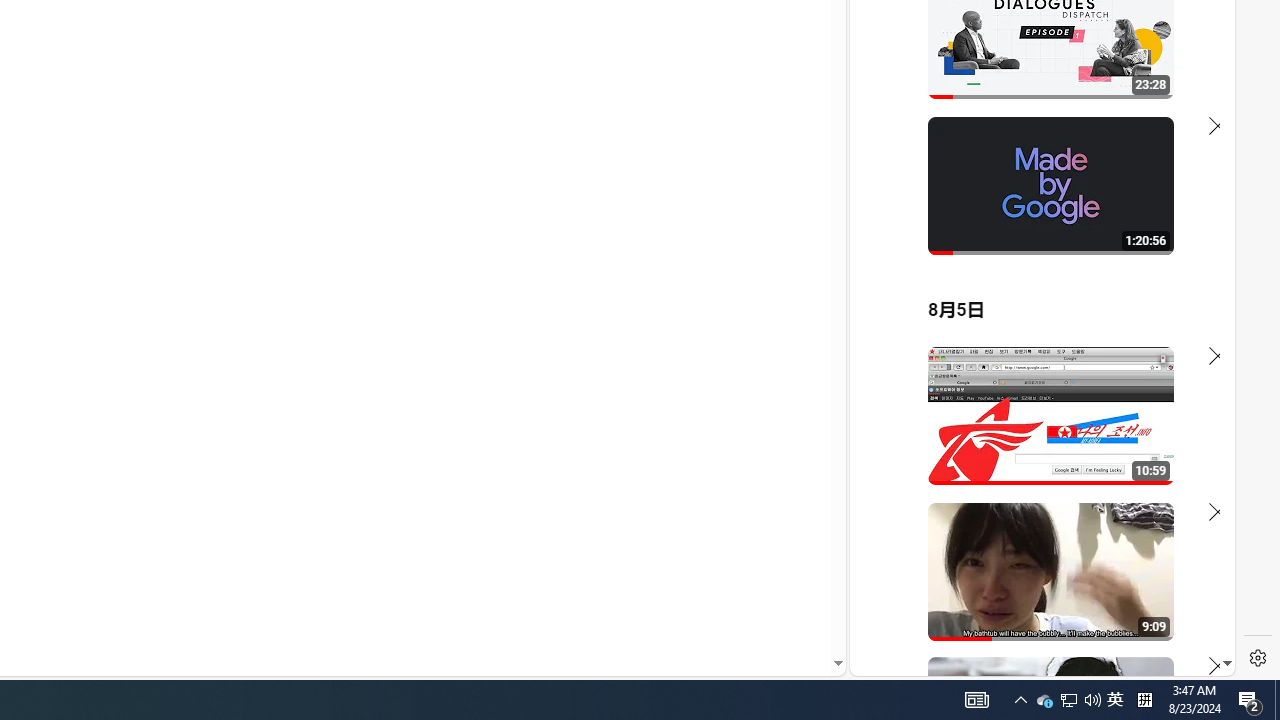 The width and height of the screenshot is (1280, 720). What do you see at coordinates (1276, 698) in the screenshot?
I see `'Show desktop'` at bounding box center [1276, 698].